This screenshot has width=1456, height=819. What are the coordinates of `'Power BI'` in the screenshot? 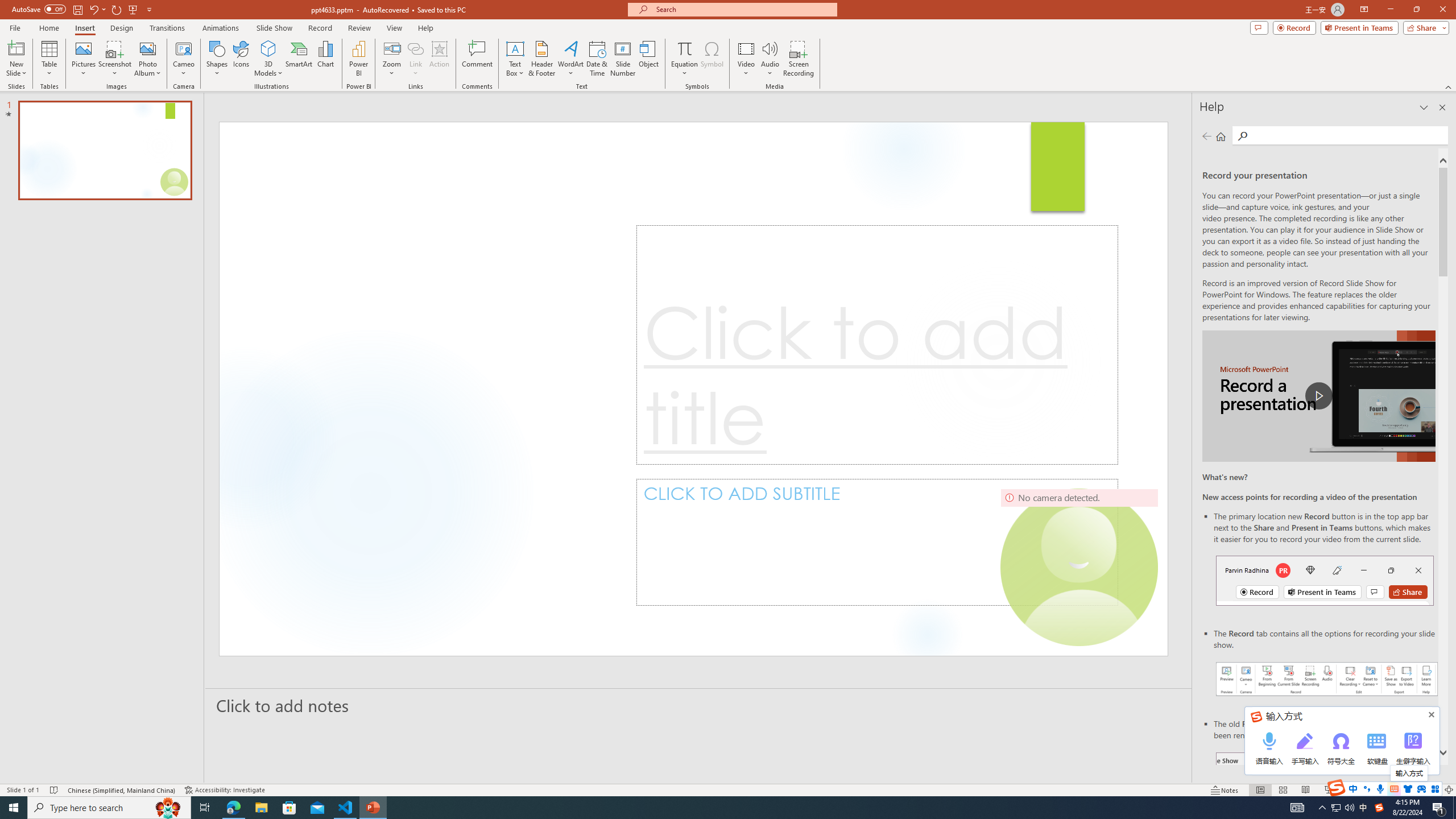 It's located at (359, 59).